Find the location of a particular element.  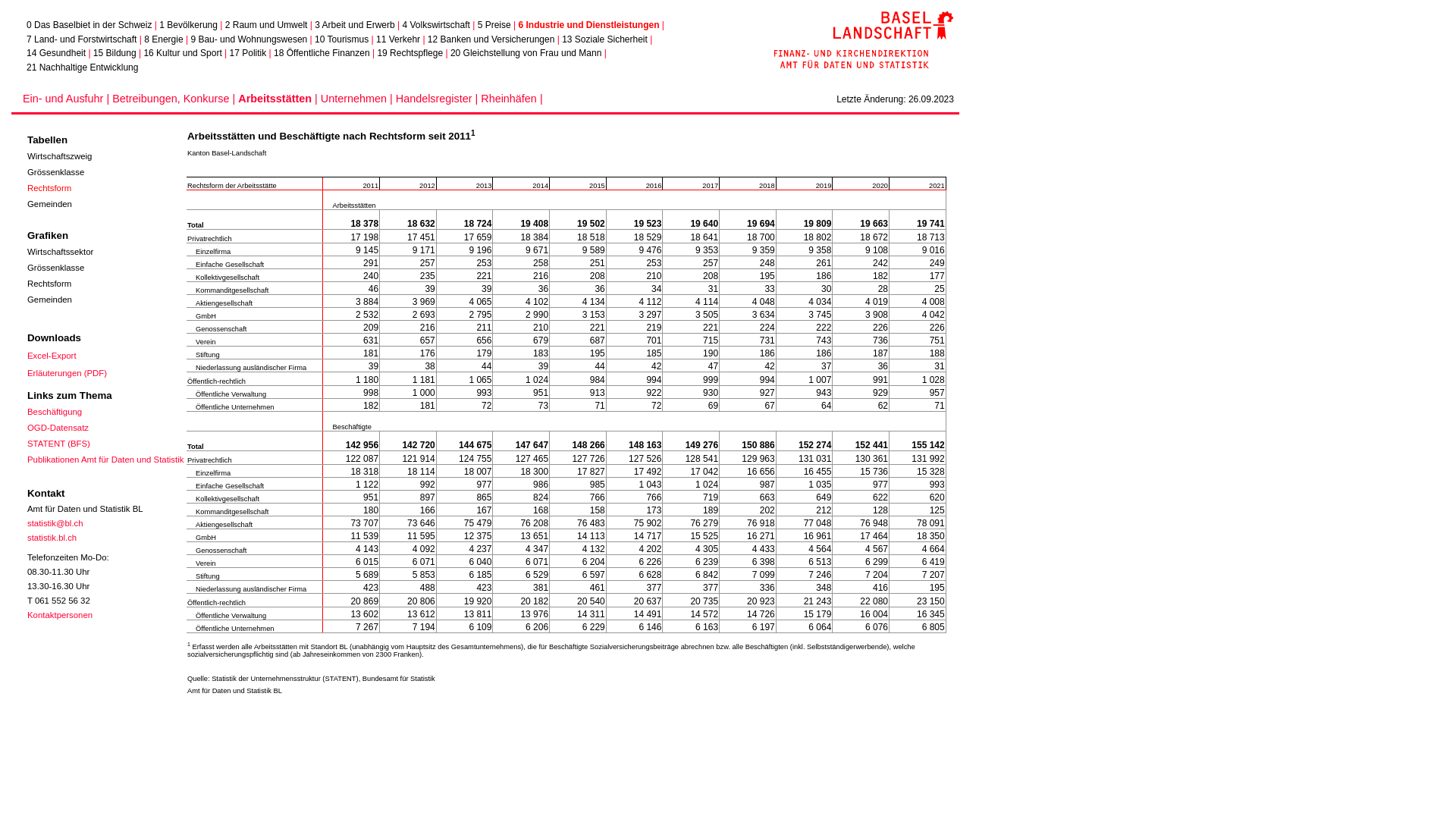

'Kontaktpersonen' is located at coordinates (59, 614).